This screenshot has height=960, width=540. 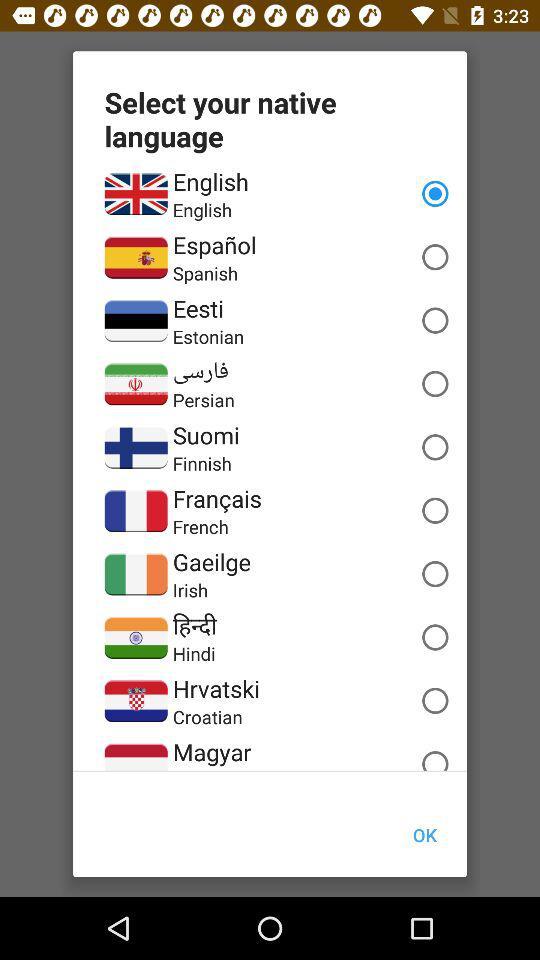 I want to click on ok, so click(x=423, y=835).